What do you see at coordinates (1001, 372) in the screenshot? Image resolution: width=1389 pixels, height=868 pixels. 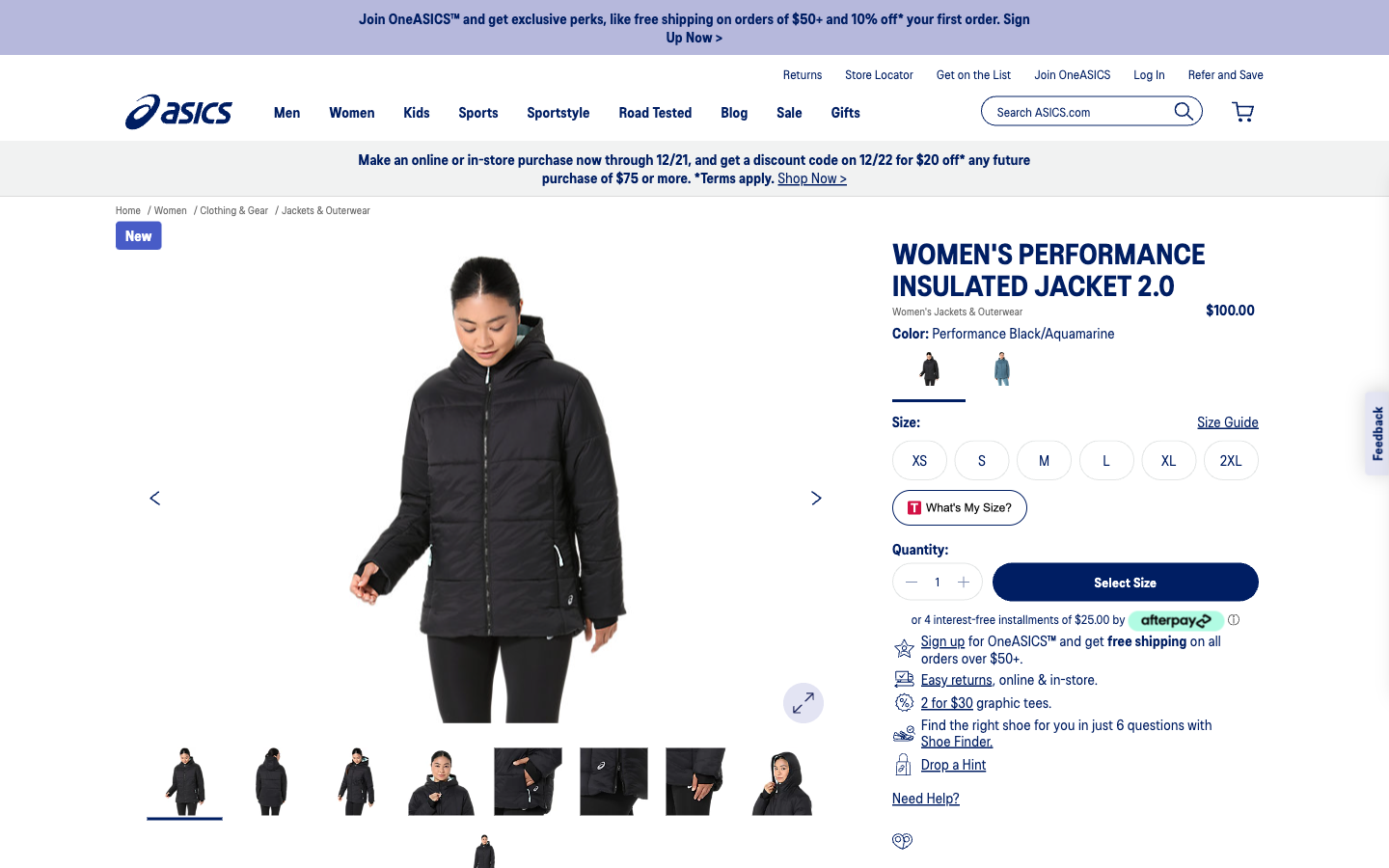 I see `see aquamarine color and select size M and see next pictures` at bounding box center [1001, 372].